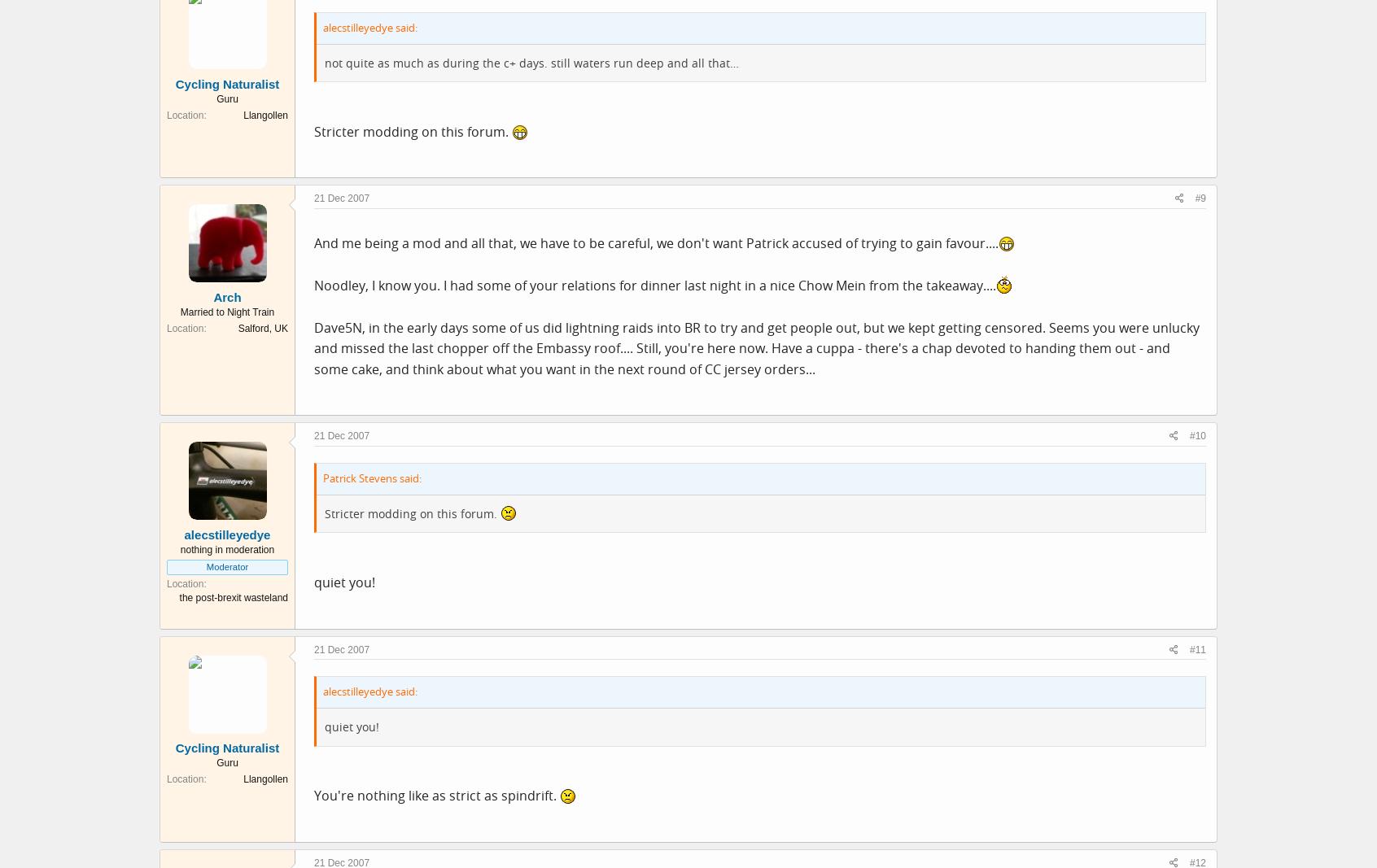 Image resolution: width=1377 pixels, height=868 pixels. What do you see at coordinates (1188, 435) in the screenshot?
I see `'#10'` at bounding box center [1188, 435].